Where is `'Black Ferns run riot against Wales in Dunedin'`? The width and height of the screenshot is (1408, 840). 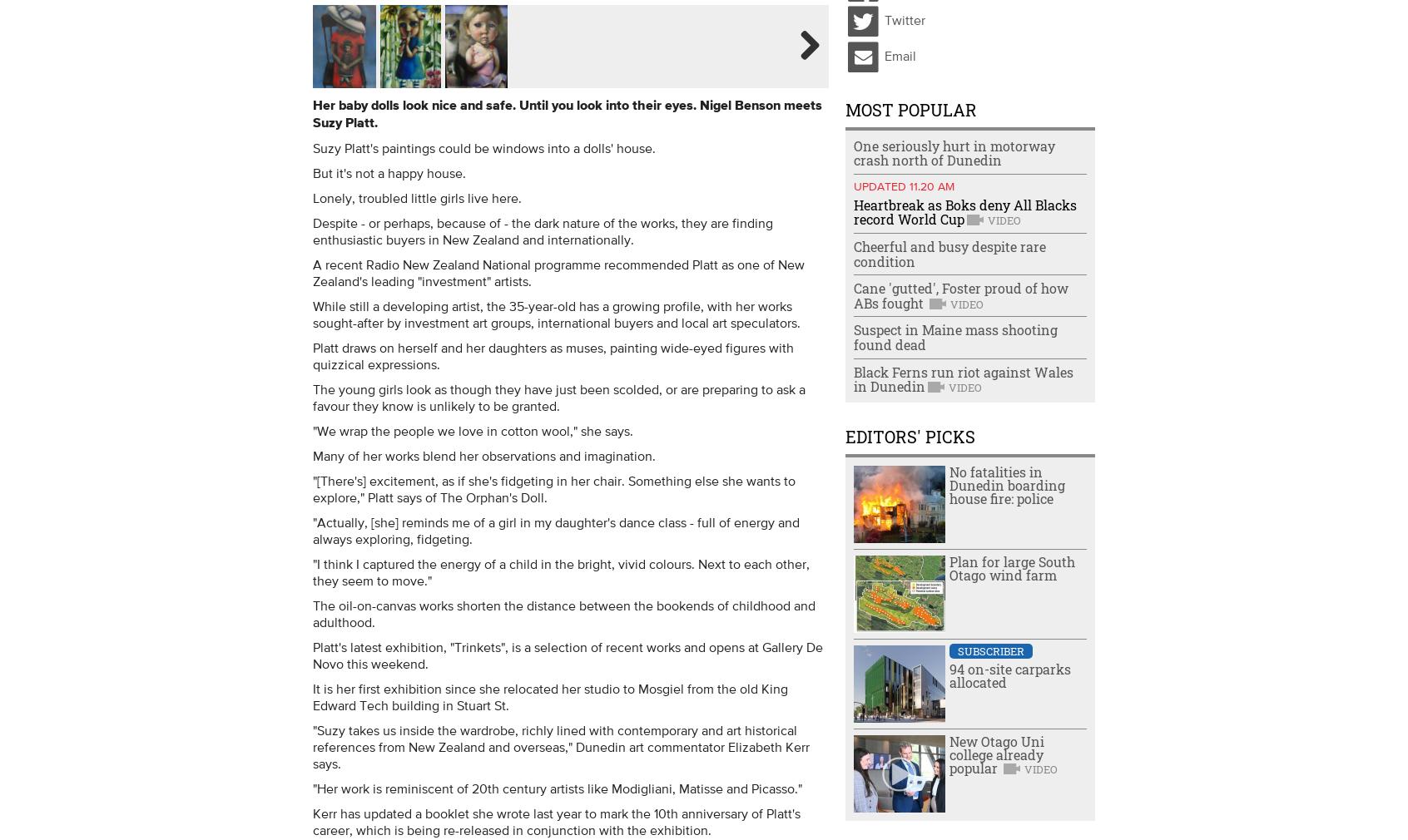 'Black Ferns run riot against Wales in Dunedin' is located at coordinates (961, 378).